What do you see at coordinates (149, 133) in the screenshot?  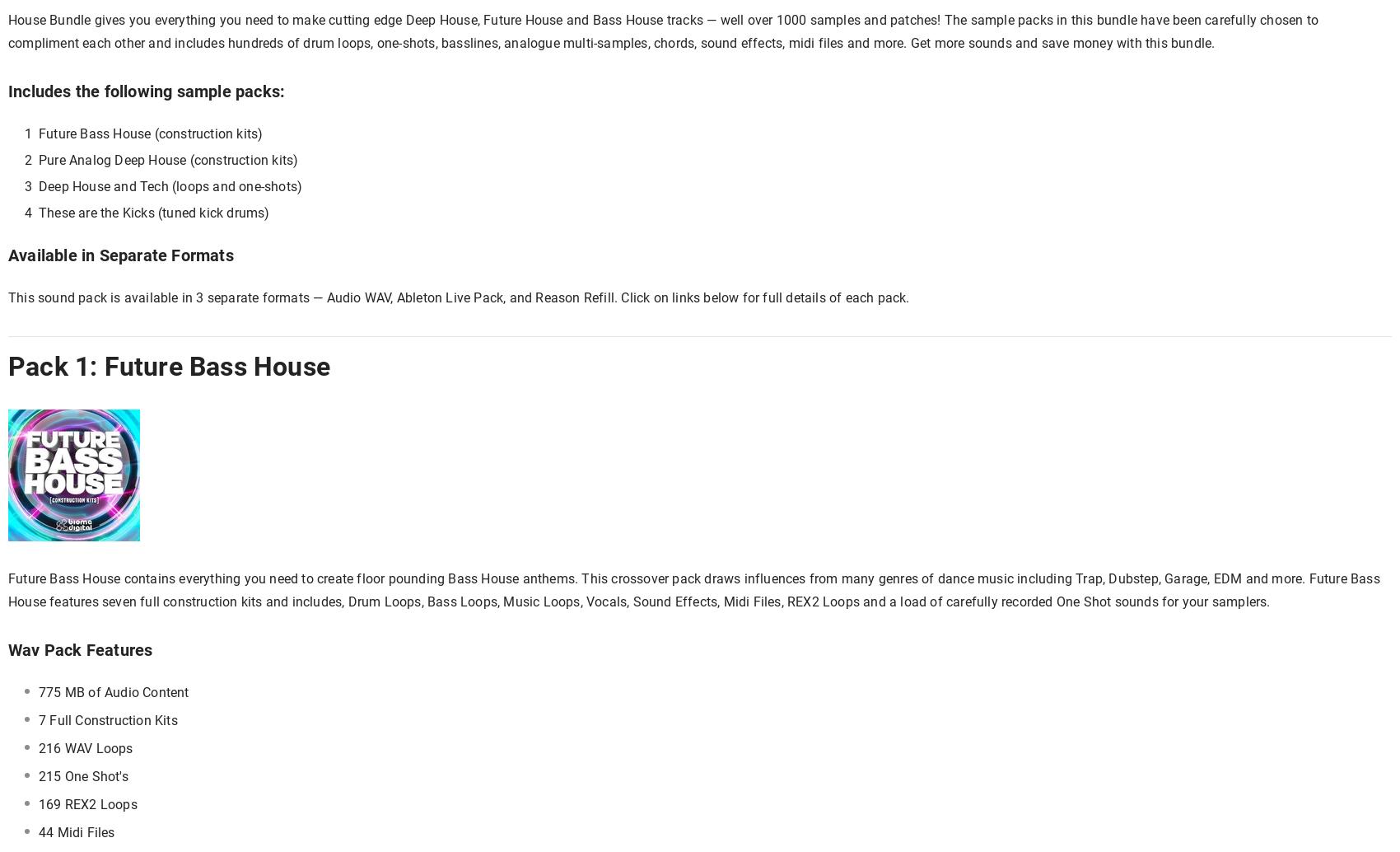 I see `'Future Bass House (construction kits)'` at bounding box center [149, 133].